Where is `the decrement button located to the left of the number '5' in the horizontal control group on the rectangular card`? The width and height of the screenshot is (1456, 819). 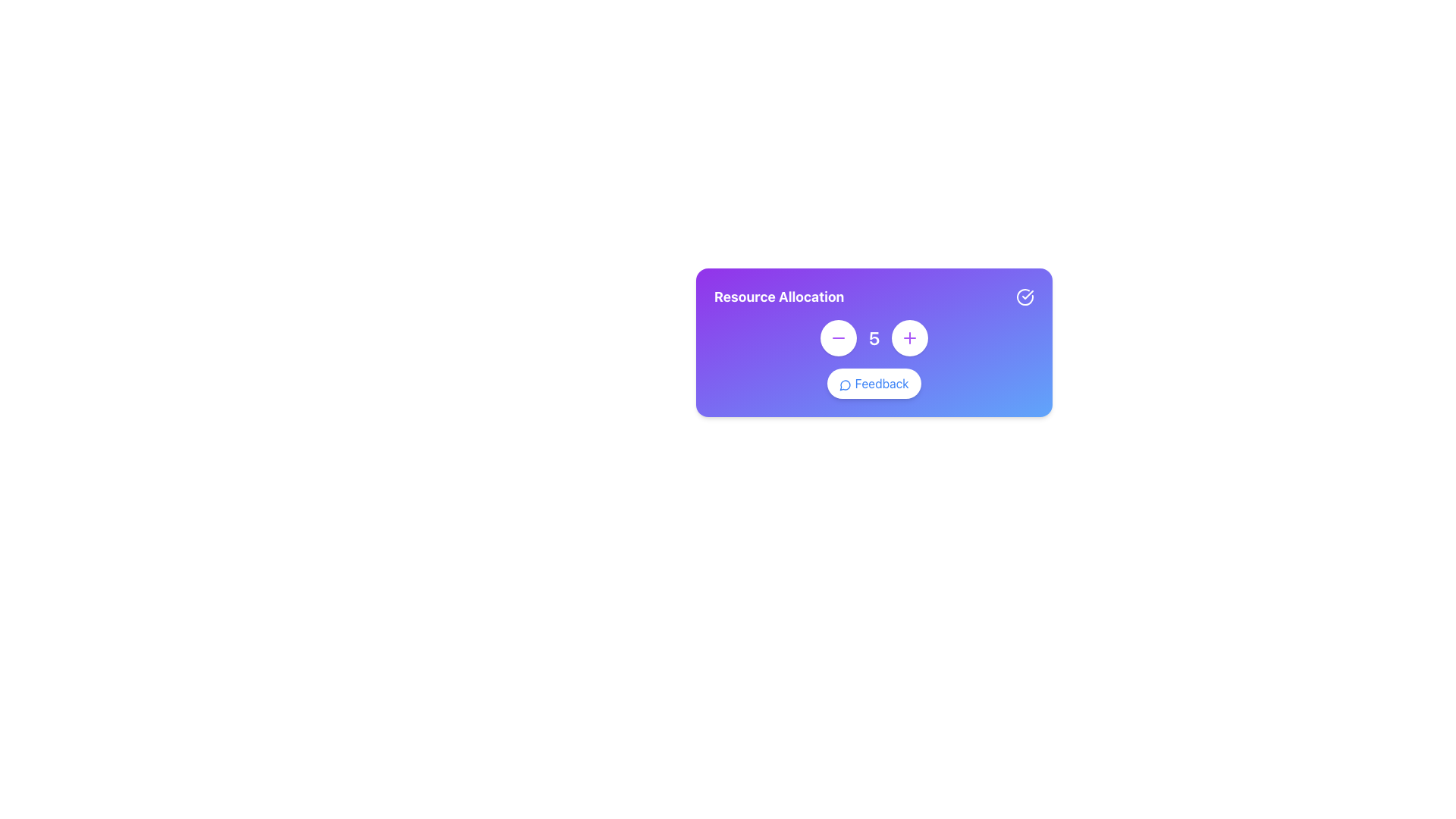 the decrement button located to the left of the number '5' in the horizontal control group on the rectangular card is located at coordinates (837, 337).